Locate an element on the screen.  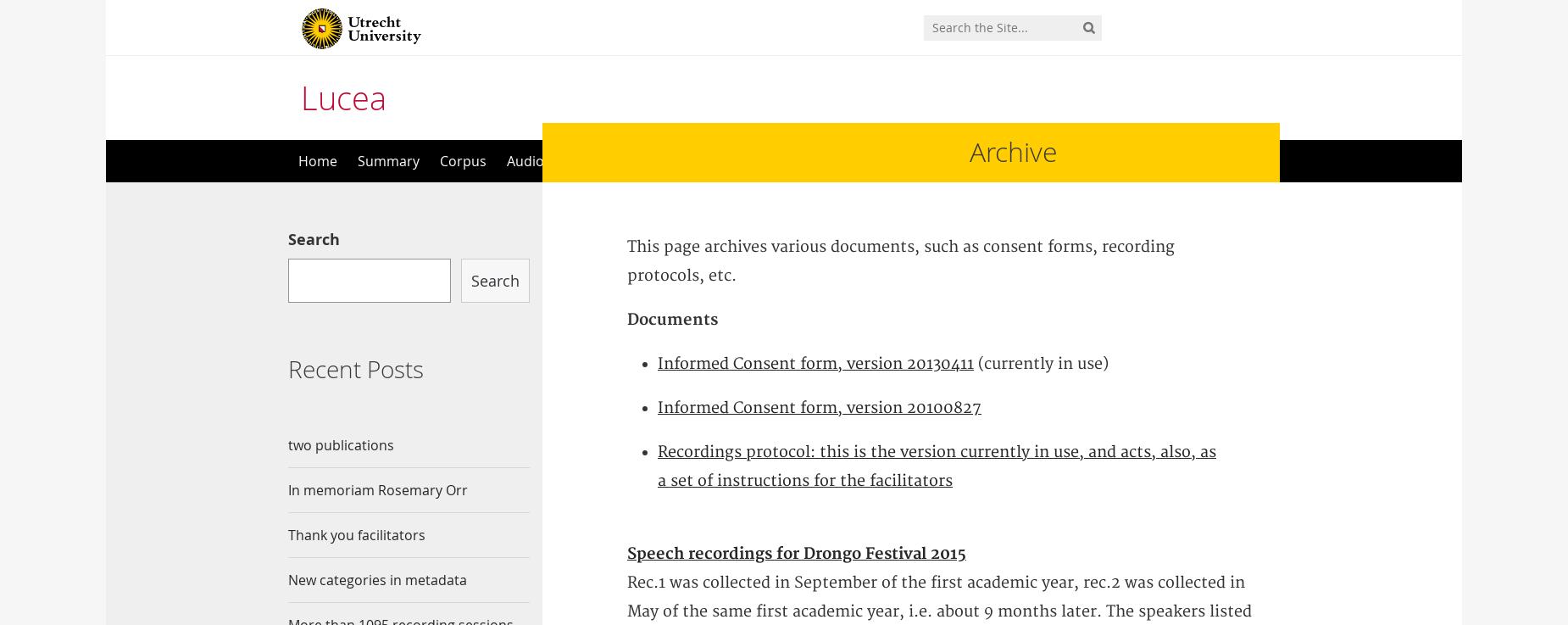
'Contact' is located at coordinates (933, 159).